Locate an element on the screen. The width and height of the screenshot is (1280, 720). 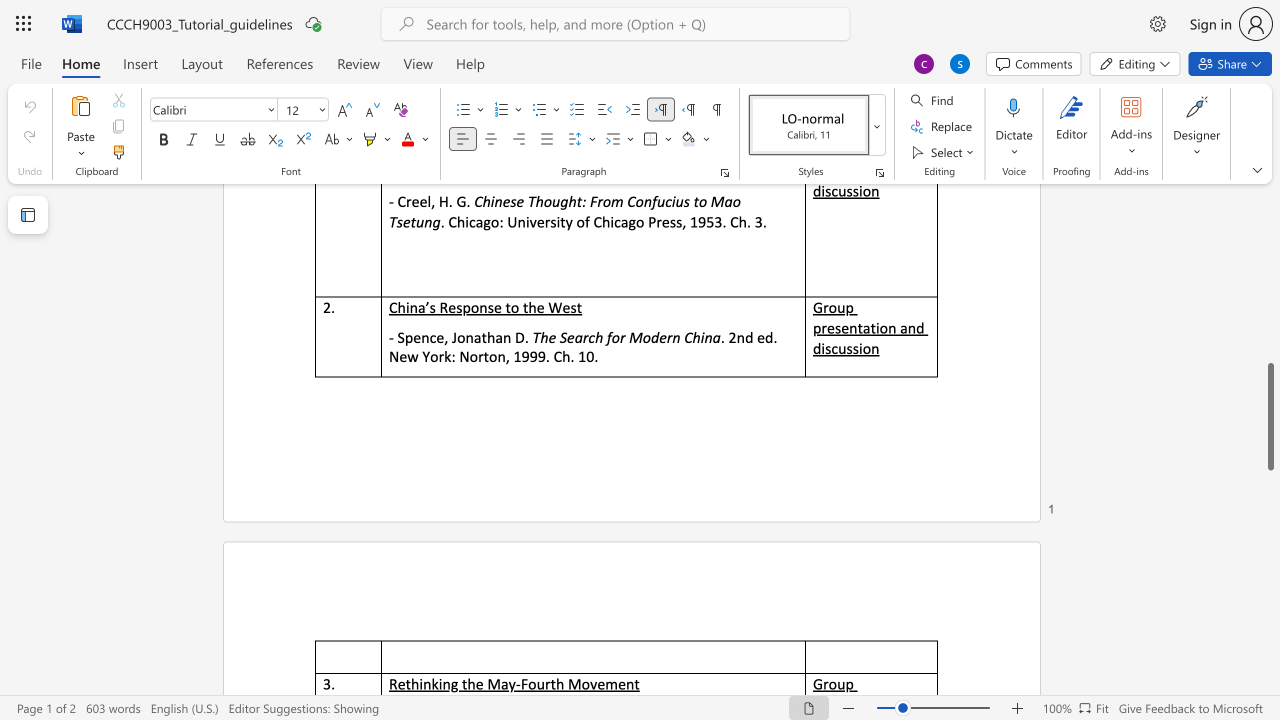
the scrollbar to slide the page up is located at coordinates (1269, 238).